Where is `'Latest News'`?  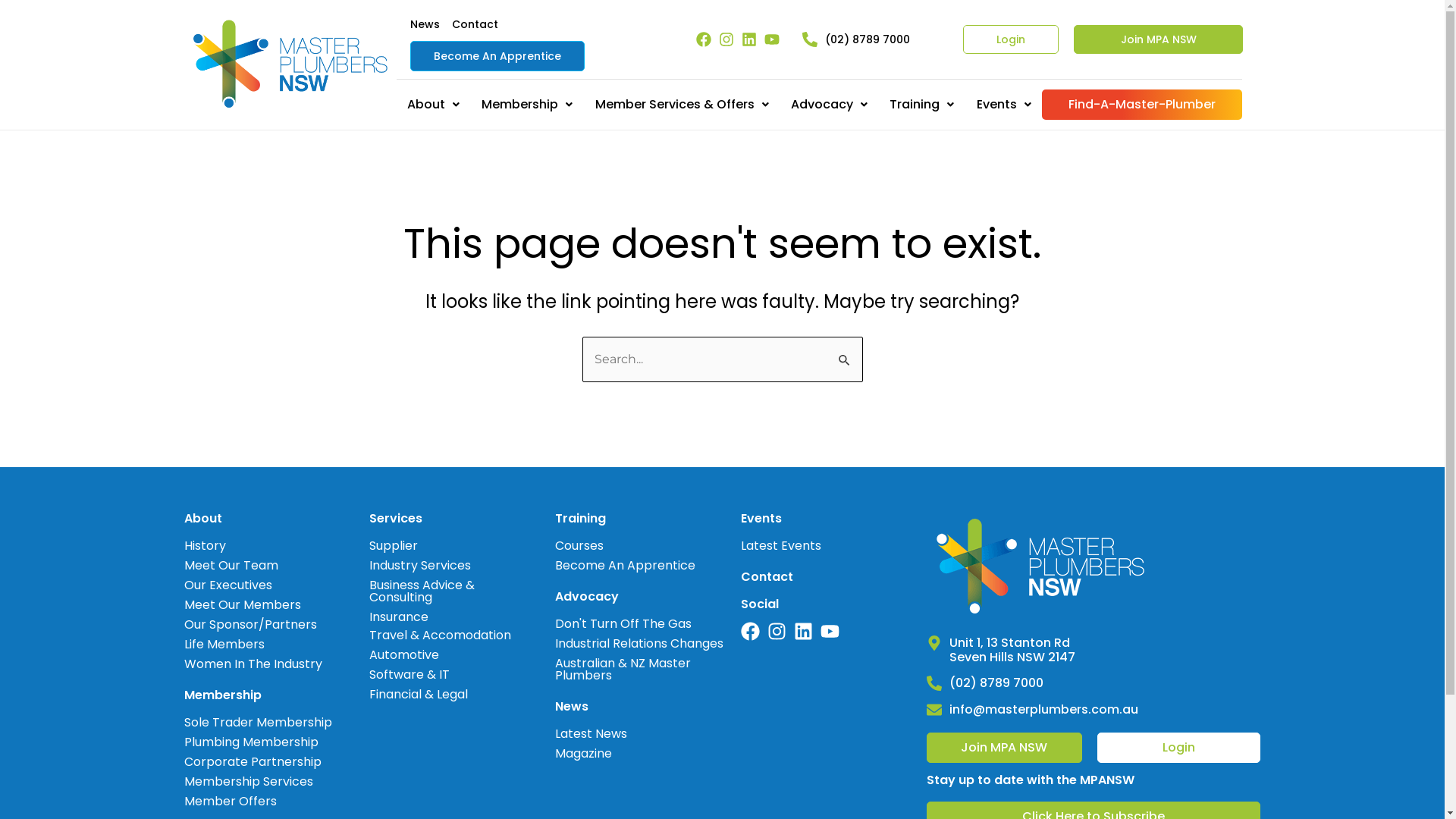
'Latest News' is located at coordinates (590, 733).